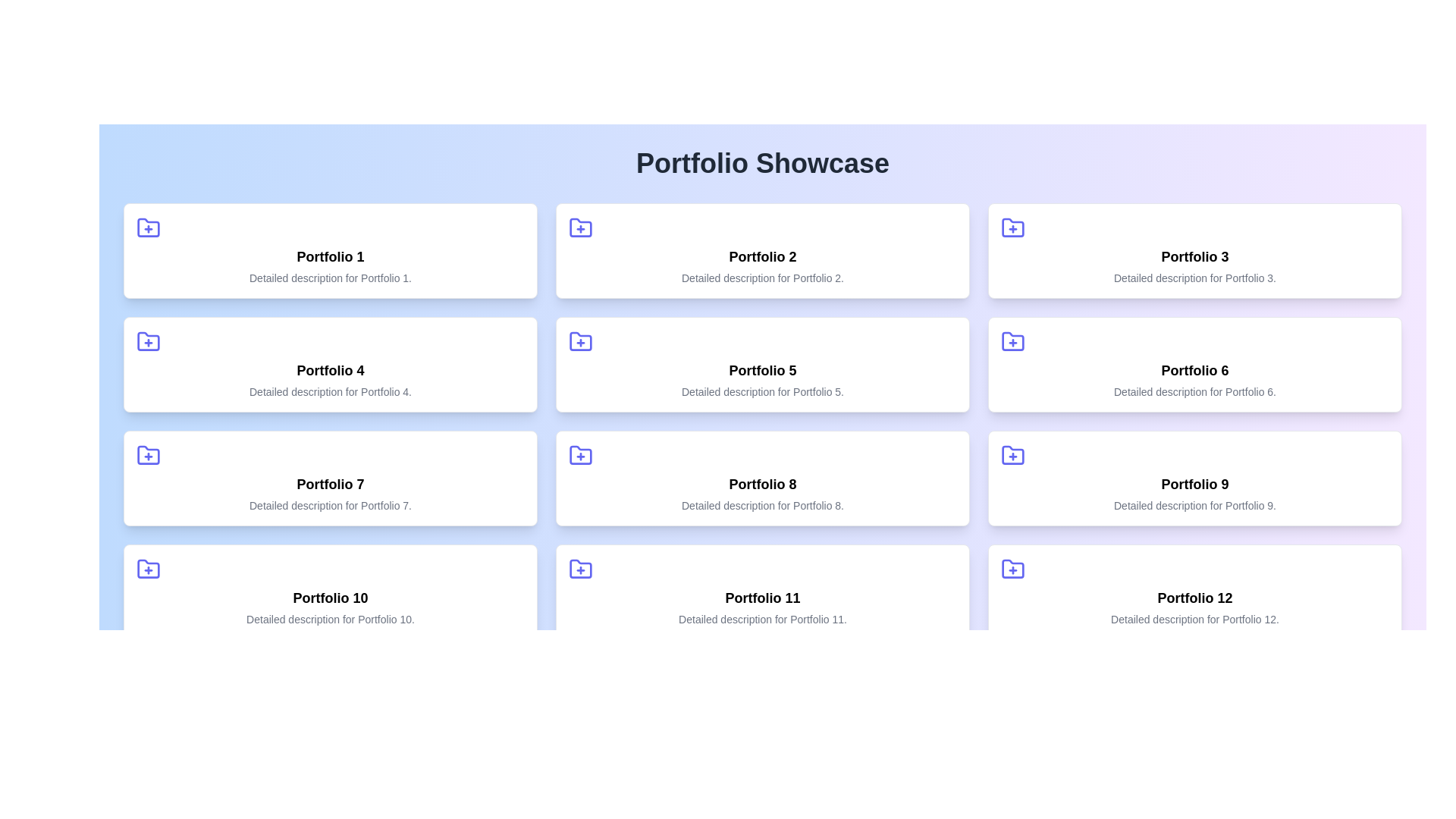 The width and height of the screenshot is (1456, 819). What do you see at coordinates (149, 227) in the screenshot?
I see `the SVG icon button resembling a folder with a plus sign located in the top-left corner of the 'Portfolio 1' card` at bounding box center [149, 227].